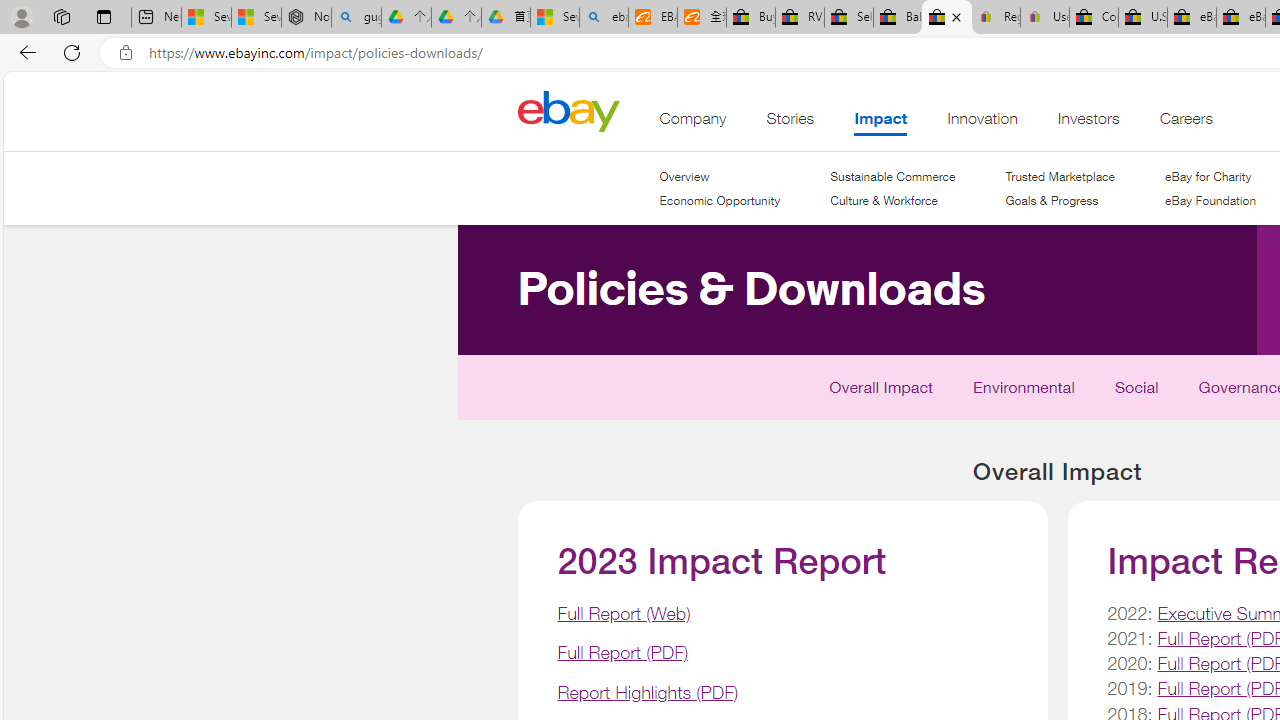 Image resolution: width=1280 pixels, height=720 pixels. What do you see at coordinates (1209, 176) in the screenshot?
I see `'eBay for Charity'` at bounding box center [1209, 176].